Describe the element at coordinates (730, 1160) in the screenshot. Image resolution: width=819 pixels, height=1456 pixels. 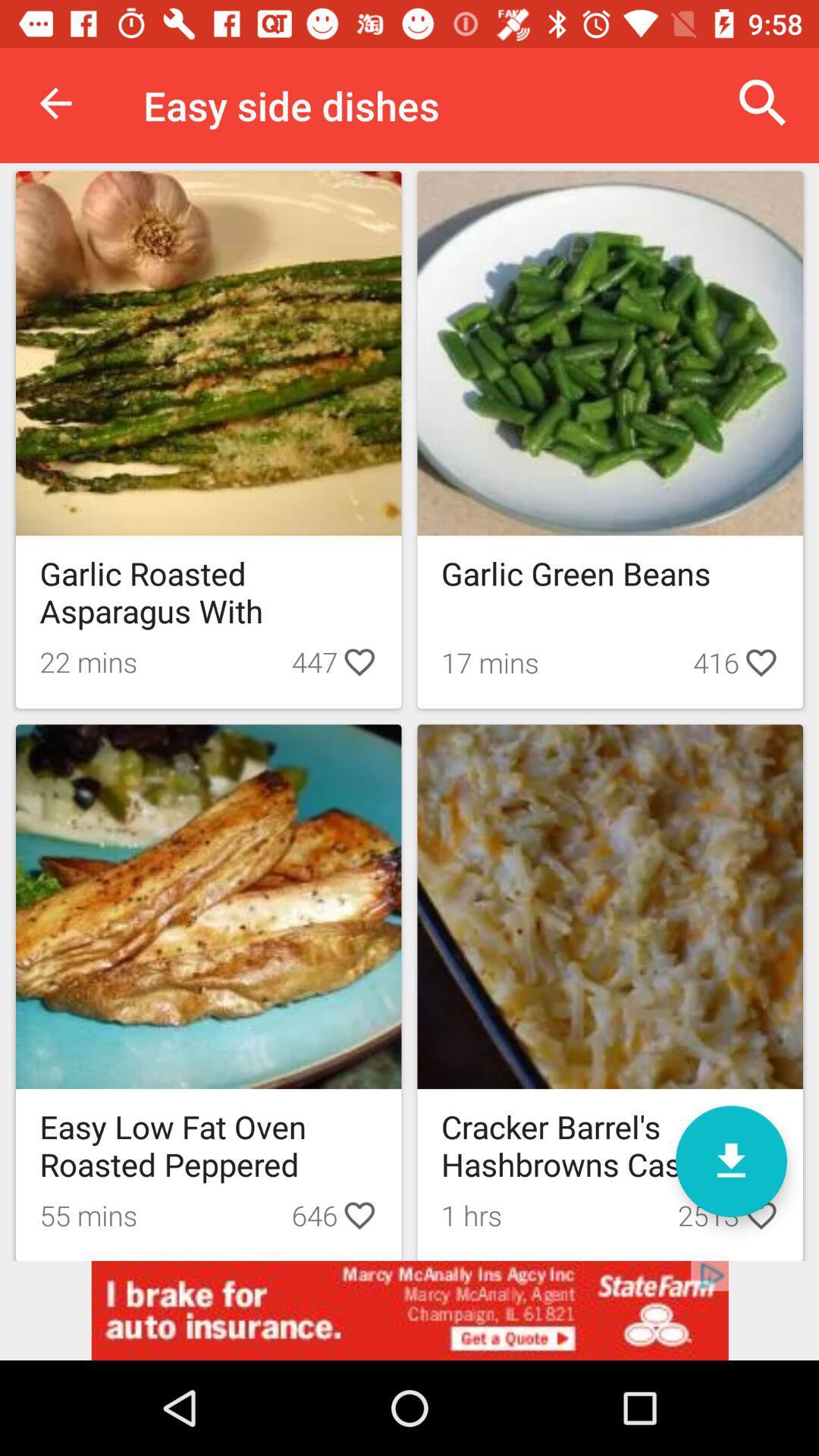
I see `the file_download icon` at that location.